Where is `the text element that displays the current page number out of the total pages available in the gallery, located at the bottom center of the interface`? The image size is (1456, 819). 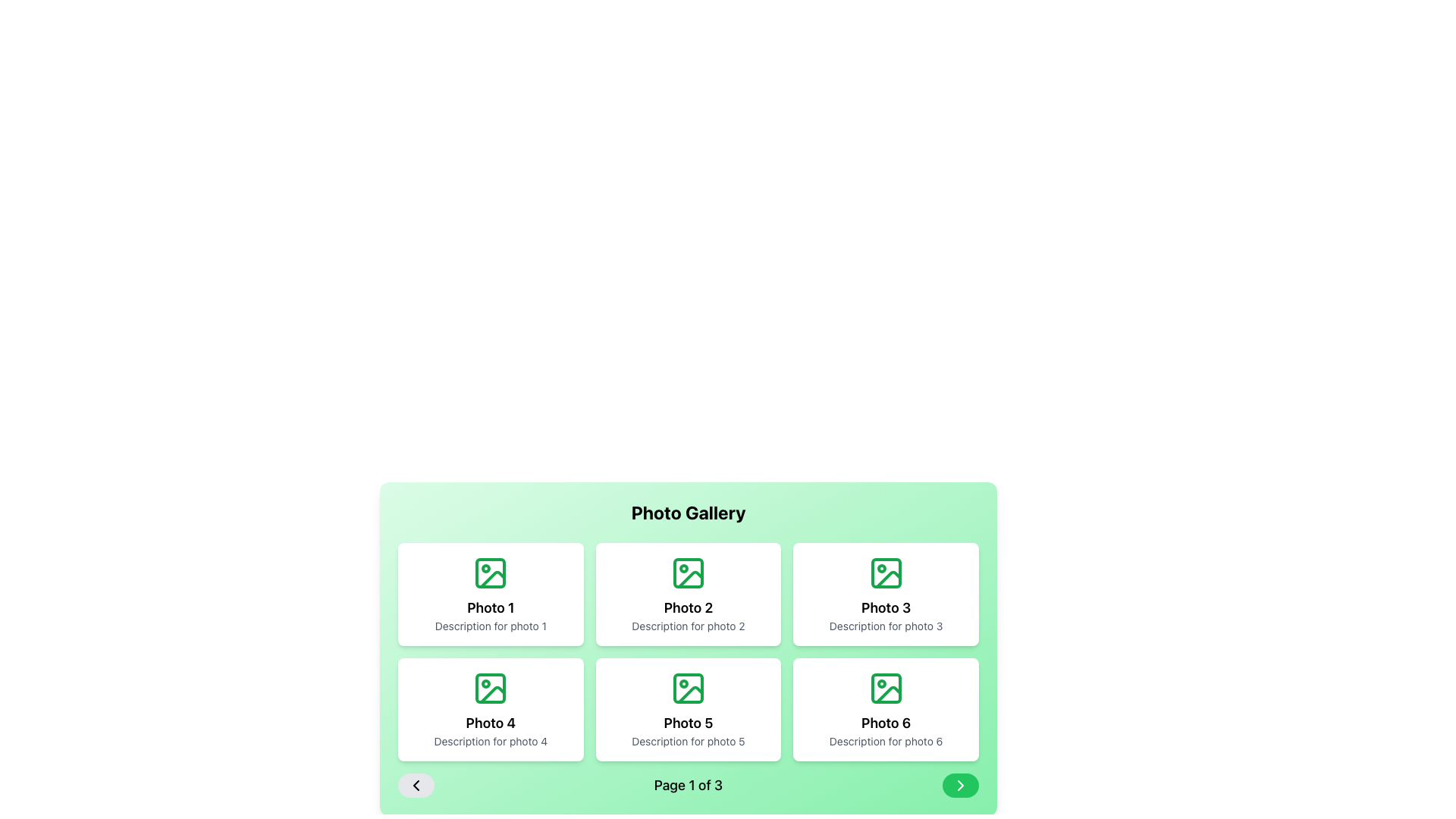
the text element that displays the current page number out of the total pages available in the gallery, located at the bottom center of the interface is located at coordinates (687, 785).